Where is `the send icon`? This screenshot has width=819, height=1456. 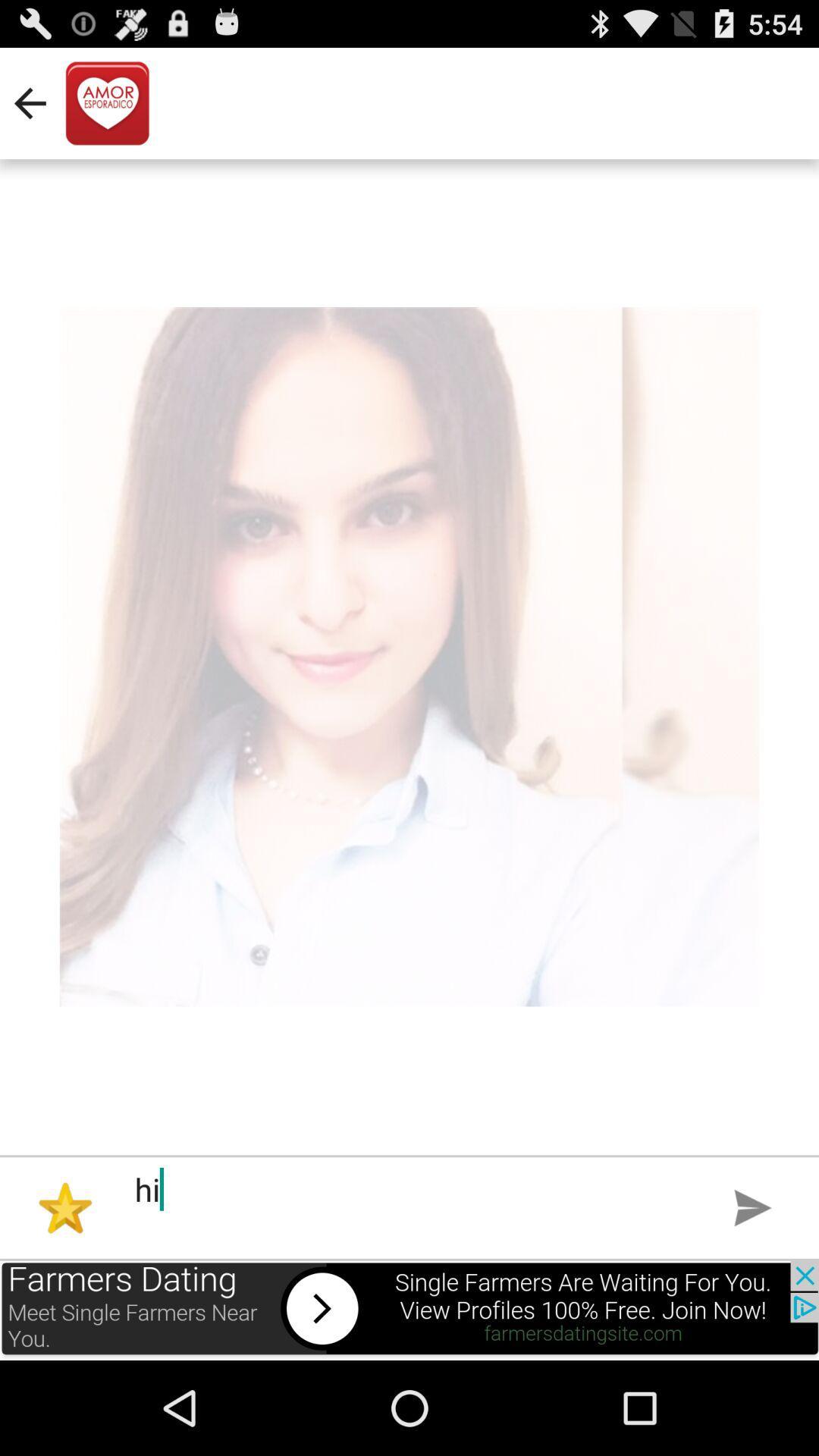 the send icon is located at coordinates (752, 1291).